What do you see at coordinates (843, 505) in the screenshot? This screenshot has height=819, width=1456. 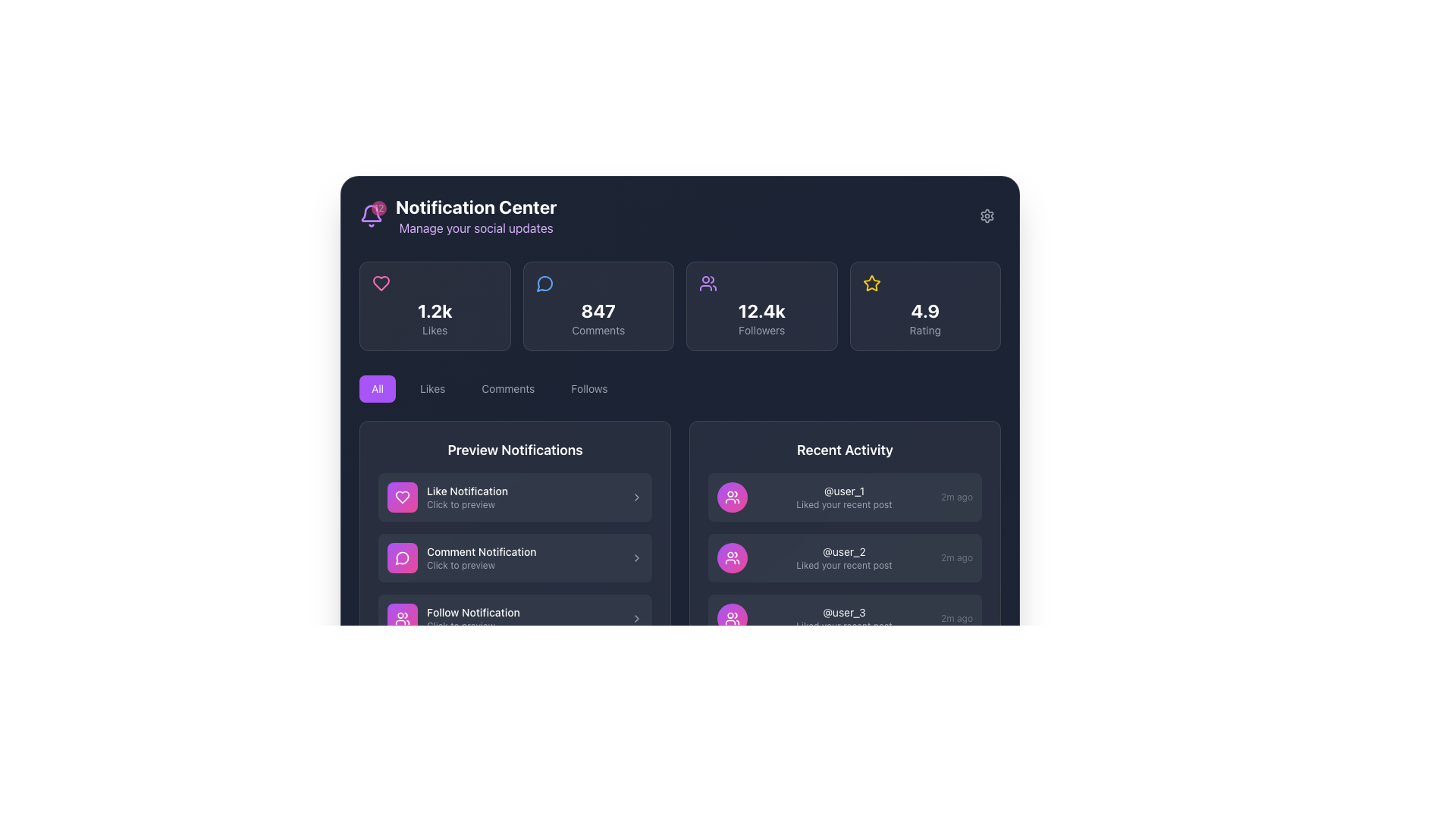 I see `text label indicating that user '@user_1' liked a recent post, located below the username in the 'Recent Activity' section` at bounding box center [843, 505].